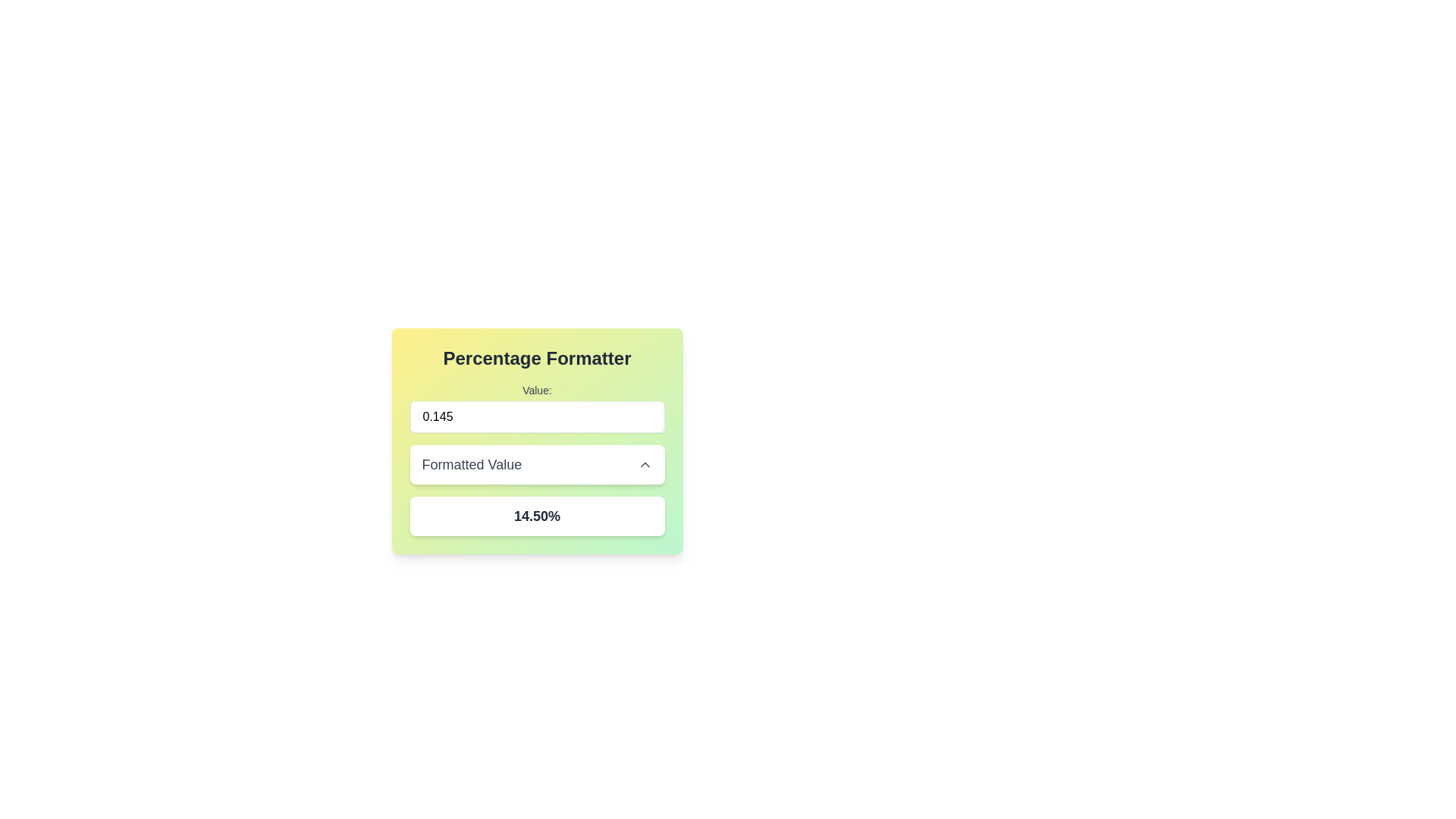 Image resolution: width=1456 pixels, height=819 pixels. I want to click on the Dropdown menu labeled 'Formatted Value' for keyboard navigation interaction, so click(537, 464).